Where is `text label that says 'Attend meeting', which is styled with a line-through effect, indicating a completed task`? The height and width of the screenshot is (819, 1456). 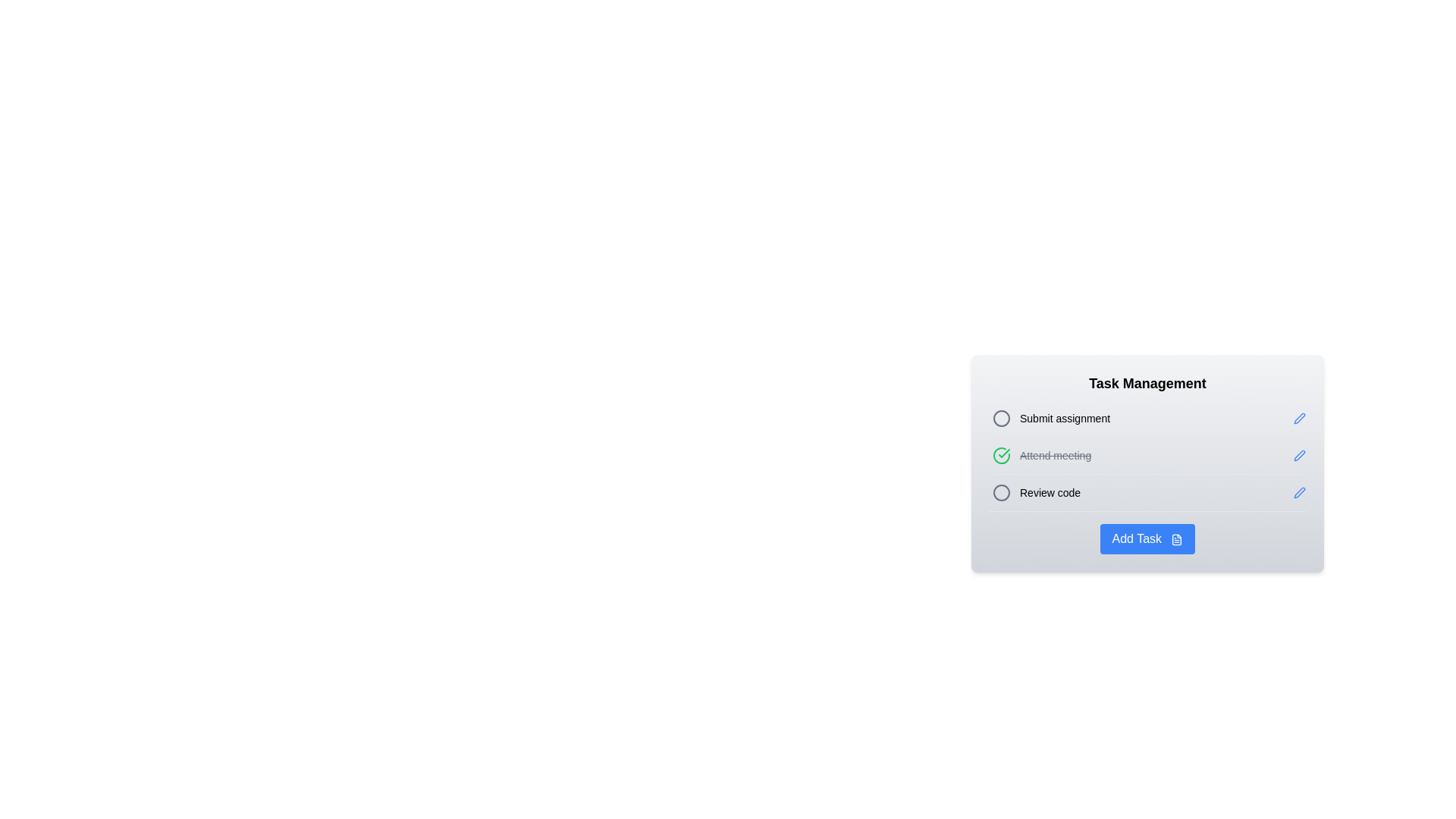 text label that says 'Attend meeting', which is styled with a line-through effect, indicating a completed task is located at coordinates (1055, 455).